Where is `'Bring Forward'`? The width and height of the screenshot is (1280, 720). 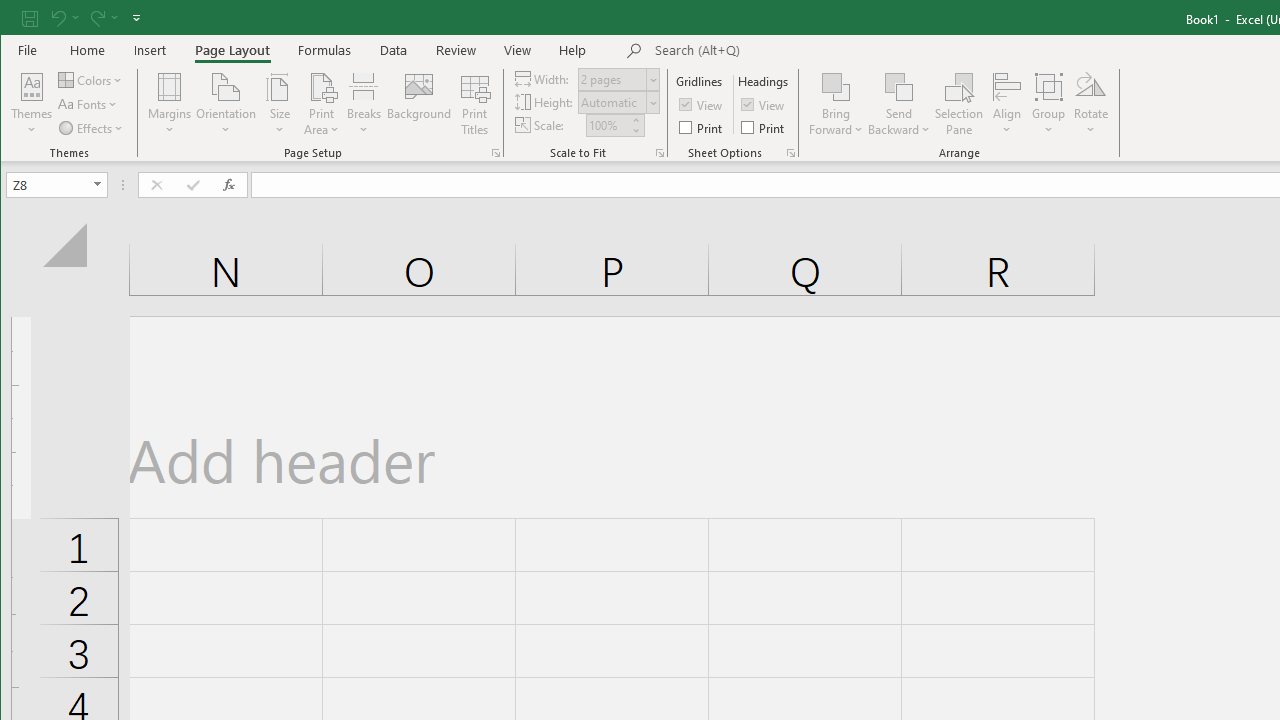
'Bring Forward' is located at coordinates (836, 104).